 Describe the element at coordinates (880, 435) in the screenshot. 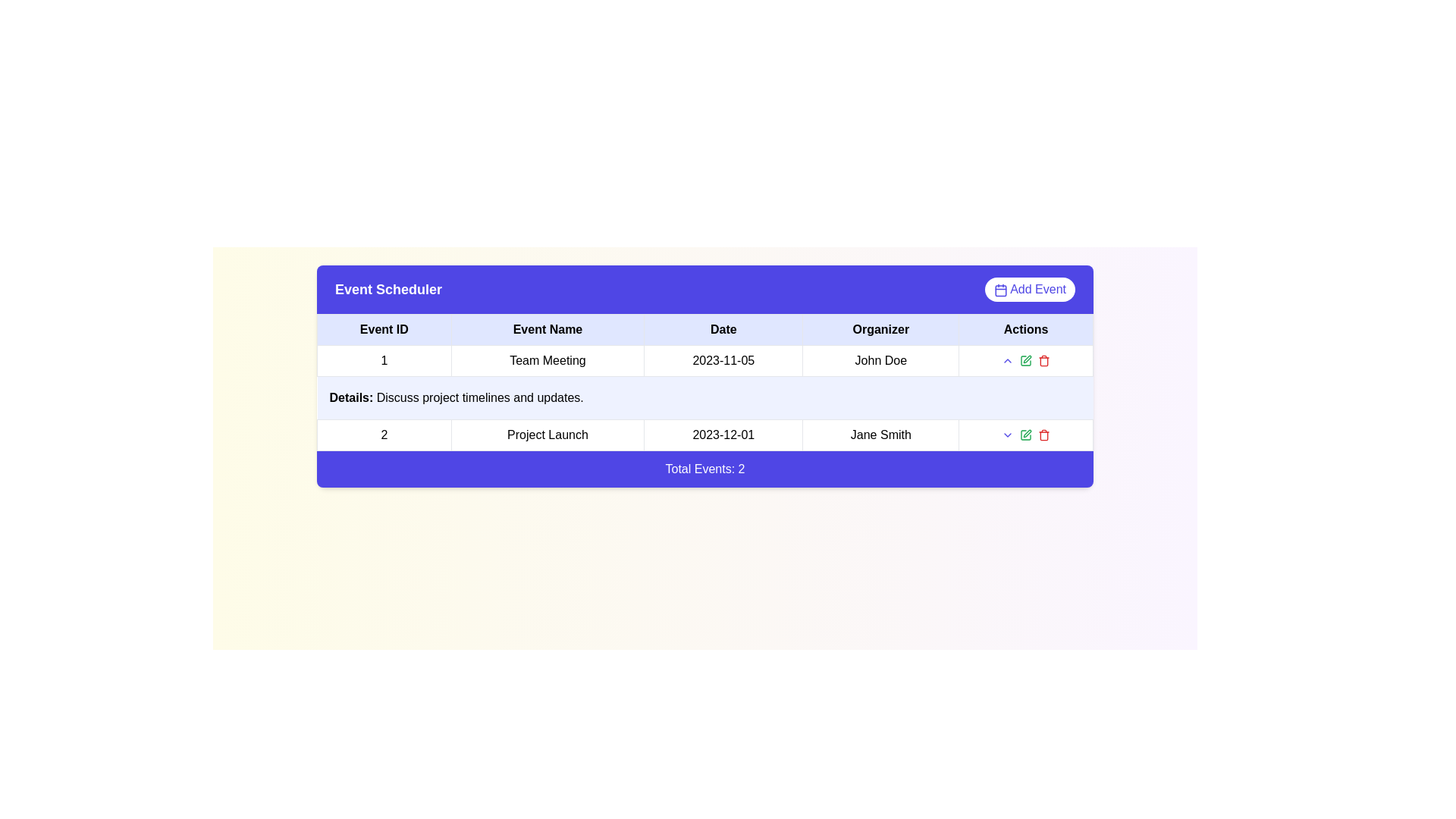

I see `text displayed in the bold 'Jane Smith' label located in the Organizer column of the Event Scheduler table` at that location.